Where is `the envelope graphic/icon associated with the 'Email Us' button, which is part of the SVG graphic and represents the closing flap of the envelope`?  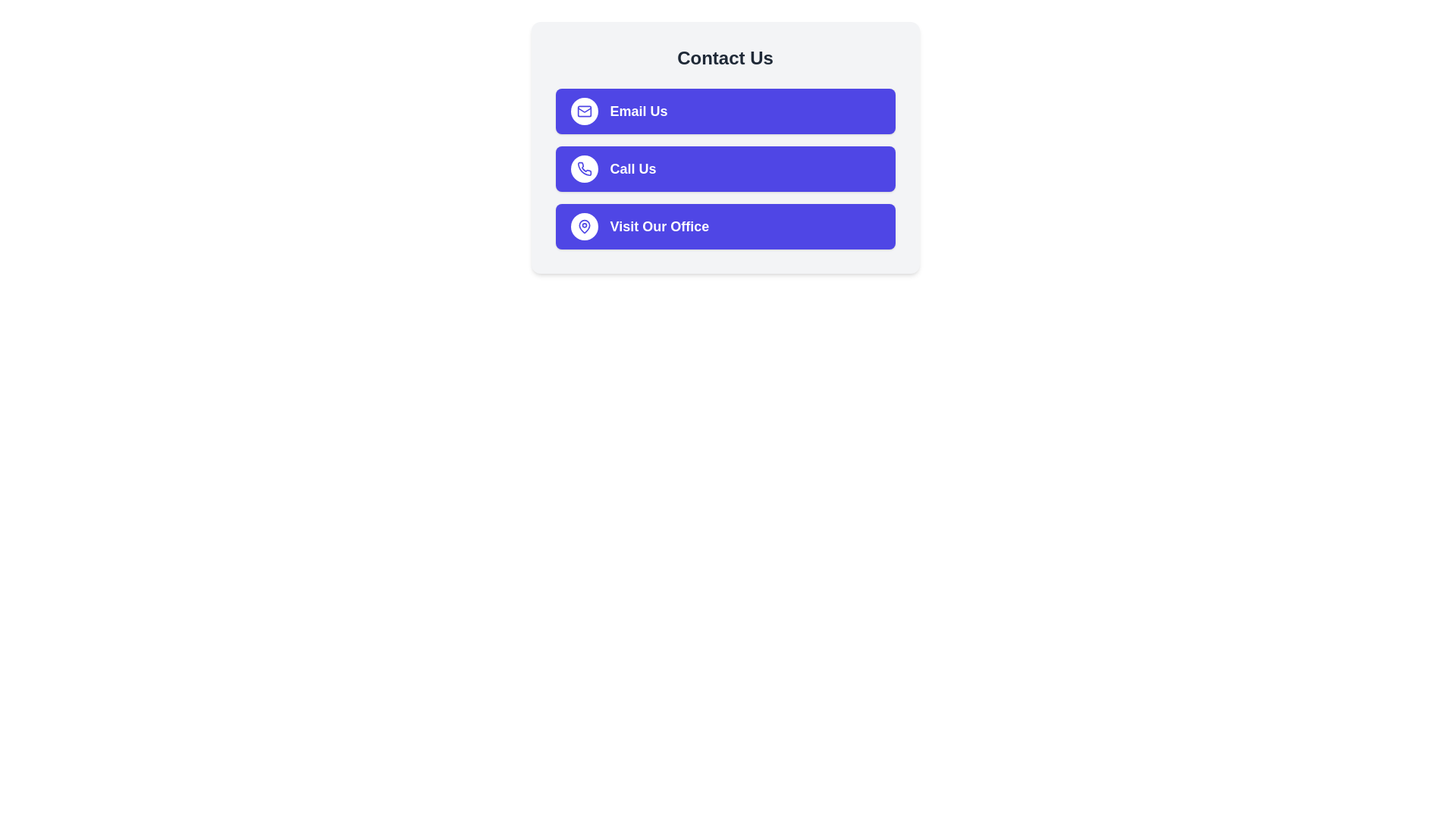
the envelope graphic/icon associated with the 'Email Us' button, which is part of the SVG graphic and represents the closing flap of the envelope is located at coordinates (583, 109).